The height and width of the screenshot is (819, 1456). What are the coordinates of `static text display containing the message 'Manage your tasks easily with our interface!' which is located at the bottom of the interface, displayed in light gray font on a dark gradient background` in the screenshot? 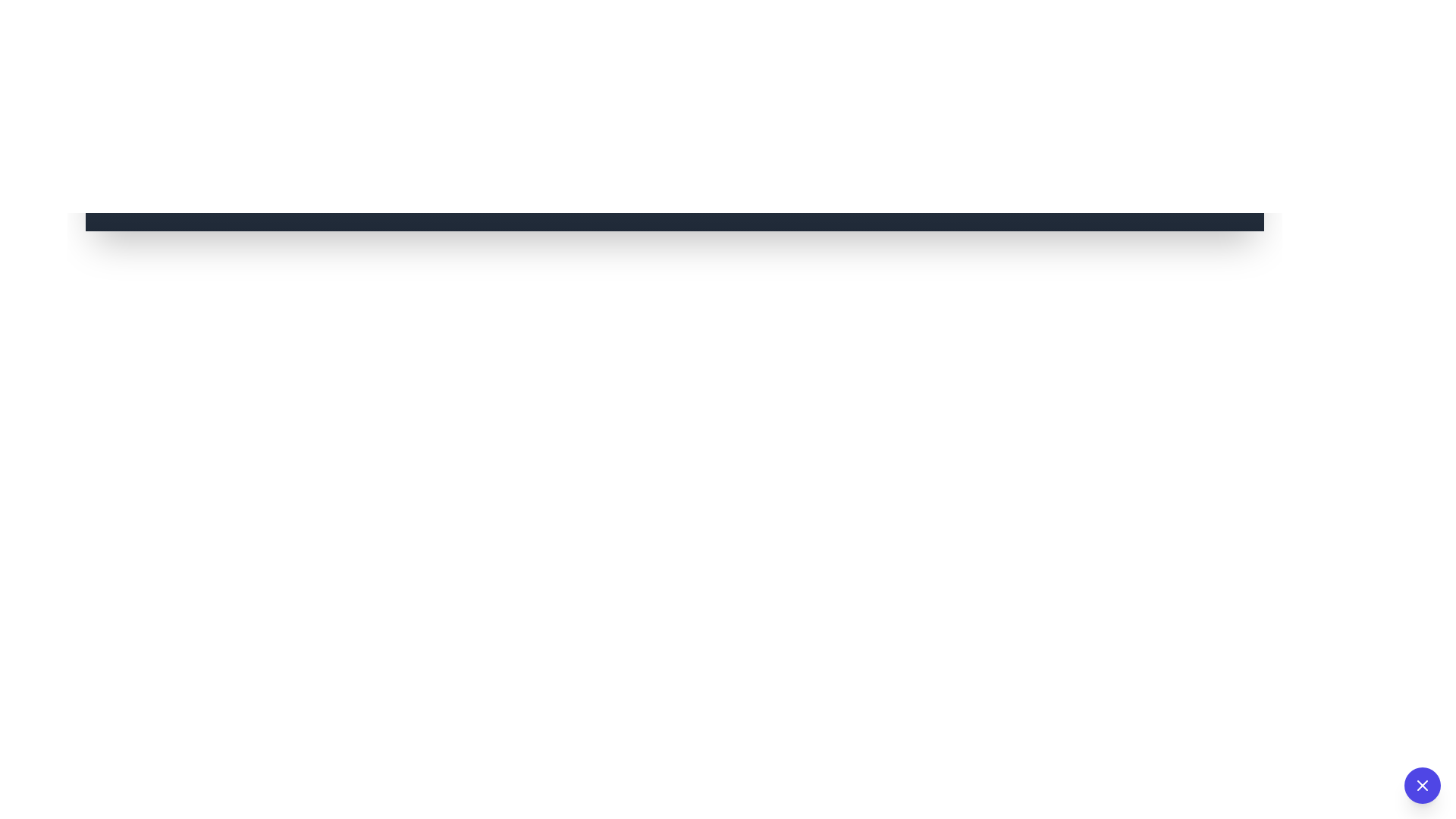 It's located at (673, 207).